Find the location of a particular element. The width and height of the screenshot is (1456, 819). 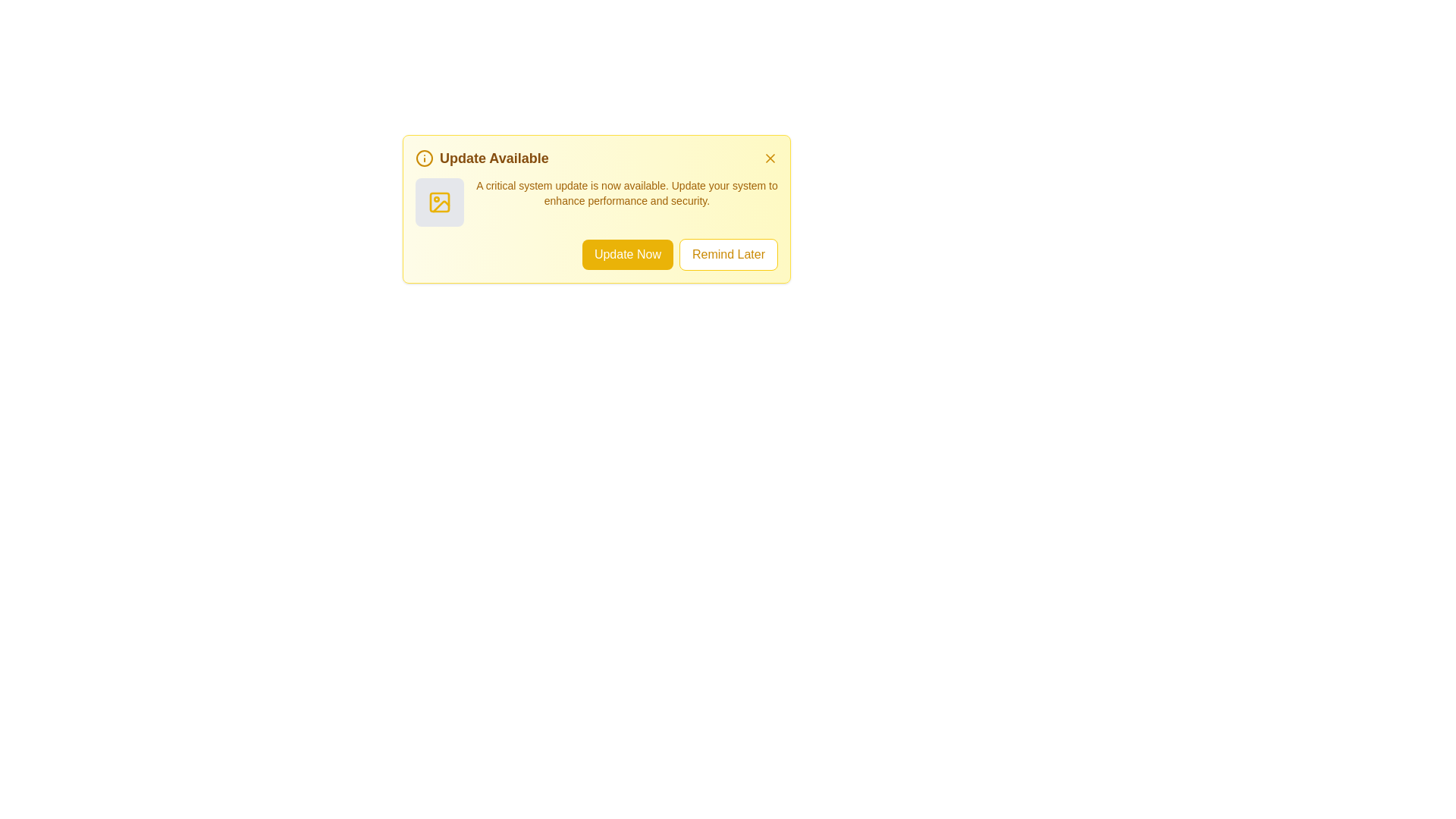

the 'Remind Later' button to schedule the update for later is located at coordinates (728, 253).